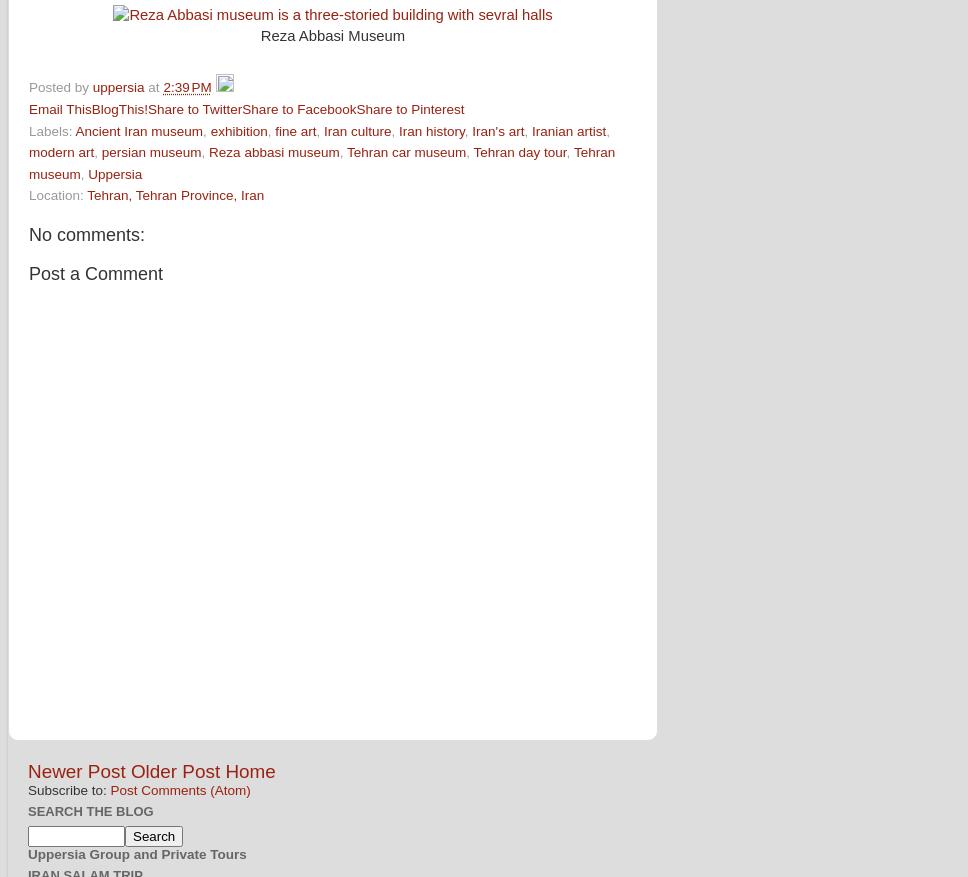  Describe the element at coordinates (91, 87) in the screenshot. I see `'uppersia'` at that location.